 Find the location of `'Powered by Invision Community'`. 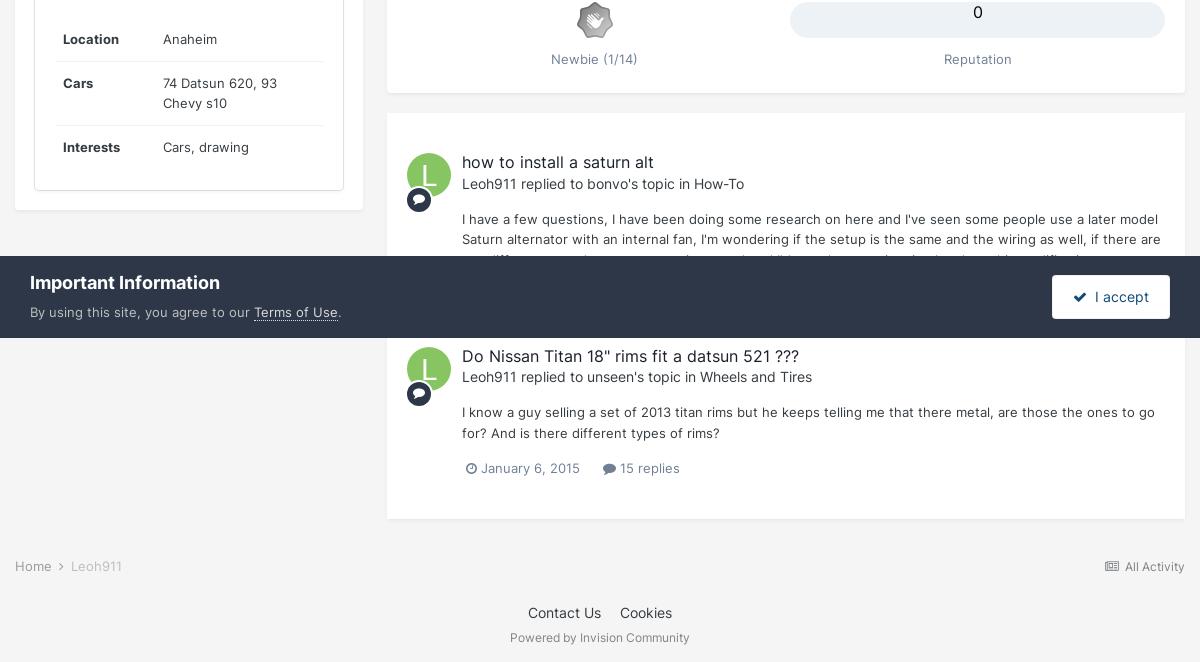

'Powered by Invision Community' is located at coordinates (600, 635).